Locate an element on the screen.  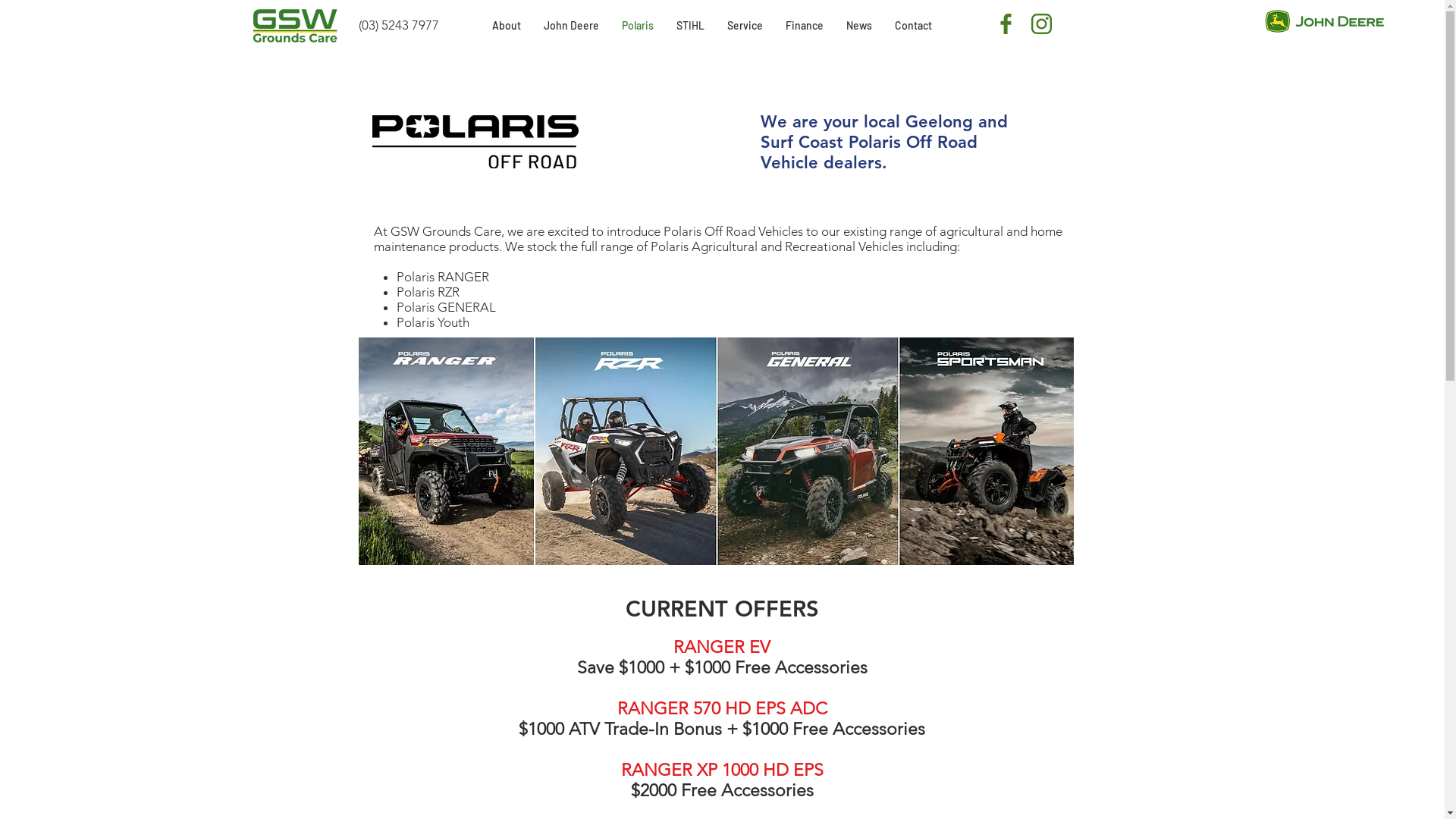
'About' is located at coordinates (506, 25).